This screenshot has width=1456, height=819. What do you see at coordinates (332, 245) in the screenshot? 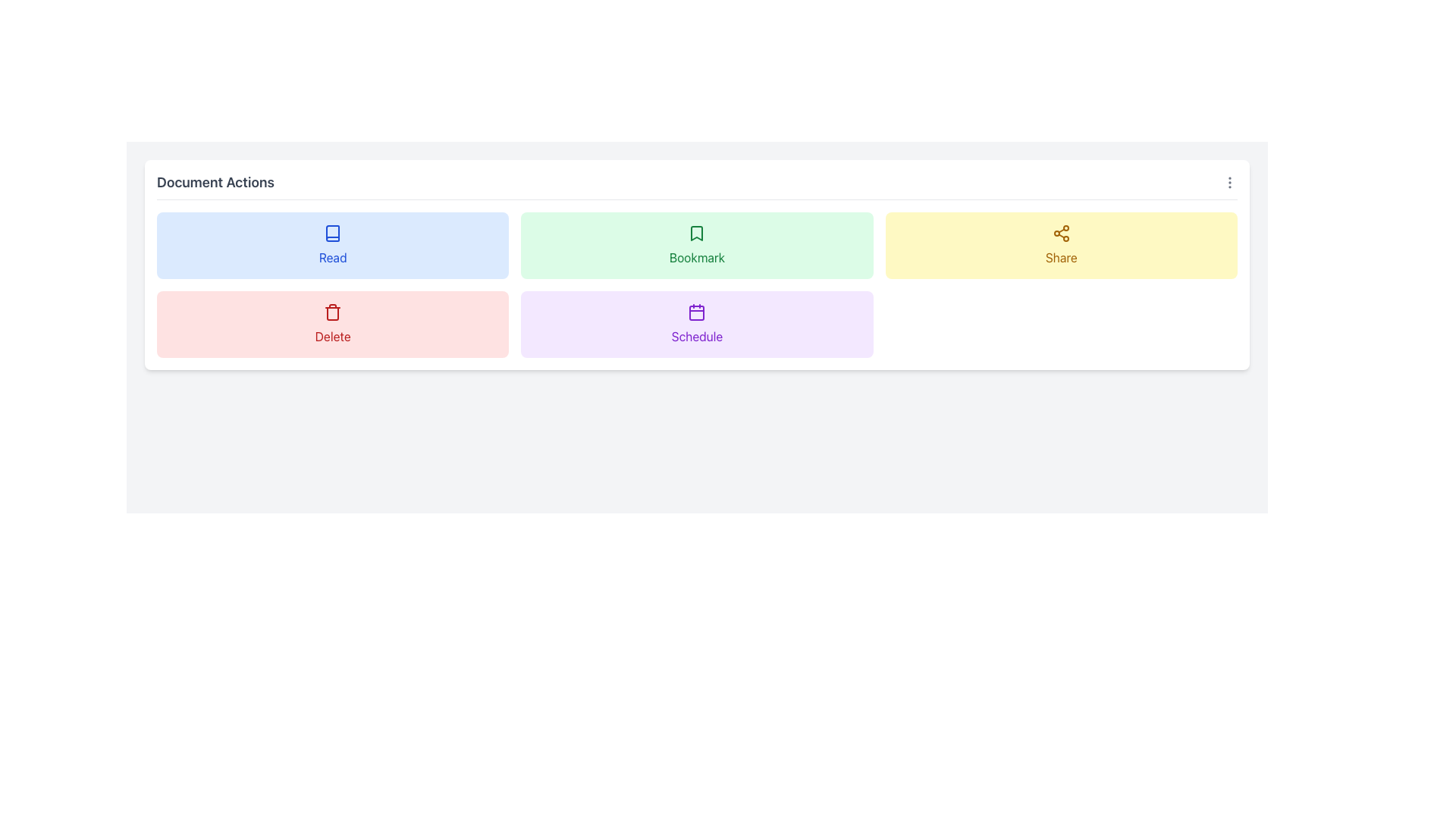
I see `the 'Read' button located in the first column of the top row of the button grid to initiate a 'Read' action` at bounding box center [332, 245].